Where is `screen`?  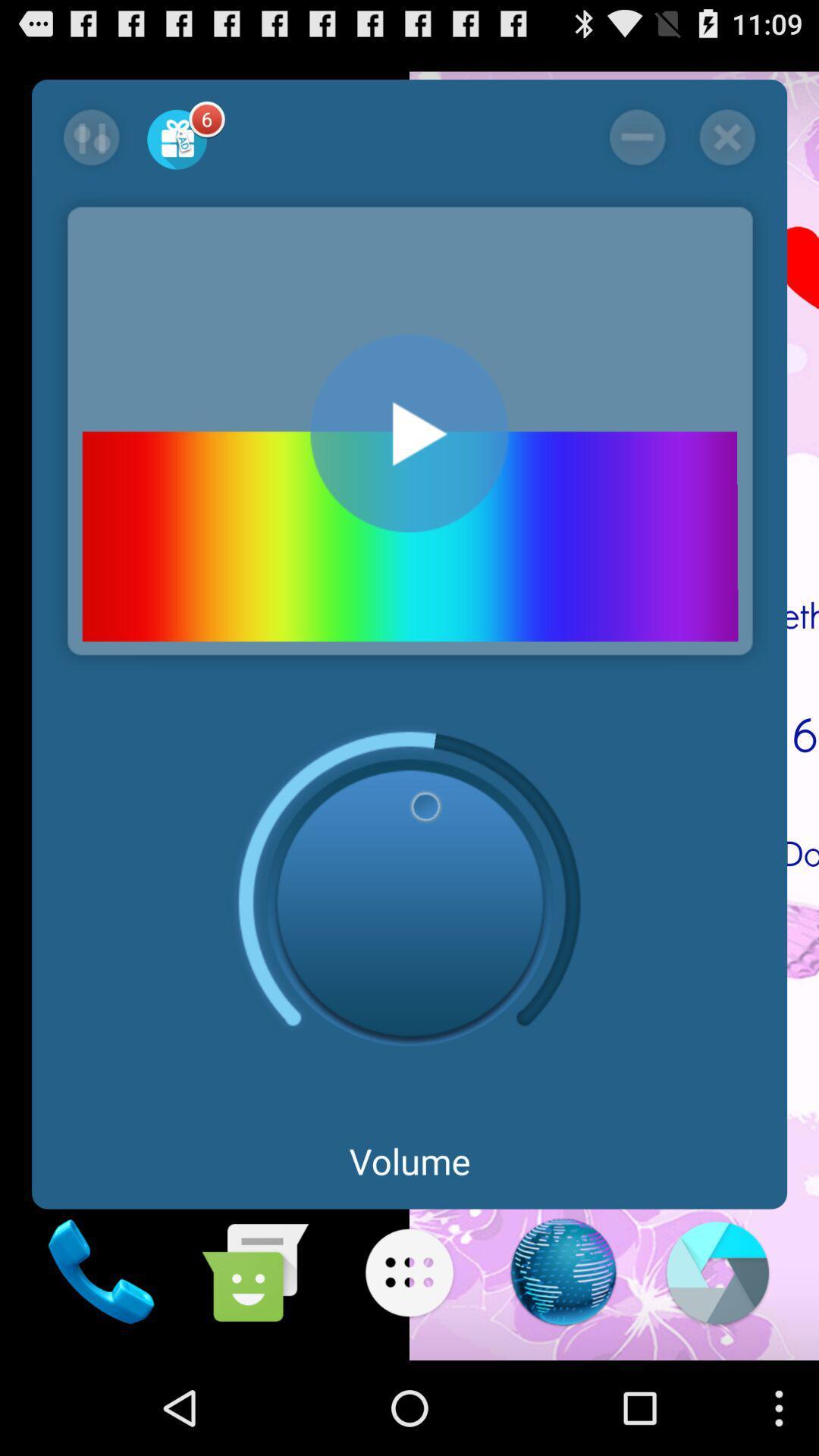 screen is located at coordinates (637, 137).